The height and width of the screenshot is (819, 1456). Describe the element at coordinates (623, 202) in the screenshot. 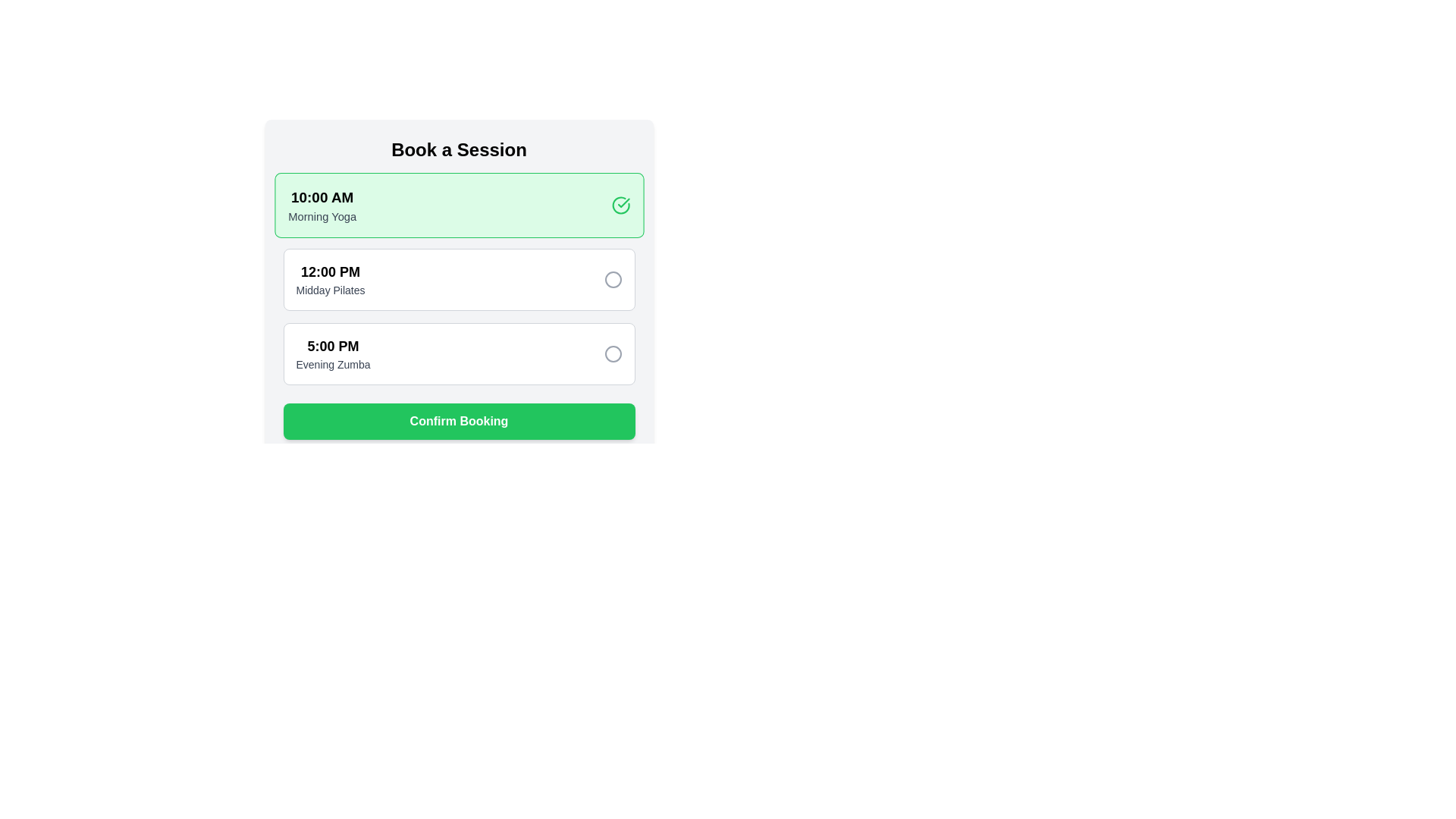

I see `the checkmark icon styled as a simple line icon with a green stroke, located in the top-left corner of the interface within the '10:00 AM Morning Yoga' session box, positioned towards the right side of the box's header area` at that location.